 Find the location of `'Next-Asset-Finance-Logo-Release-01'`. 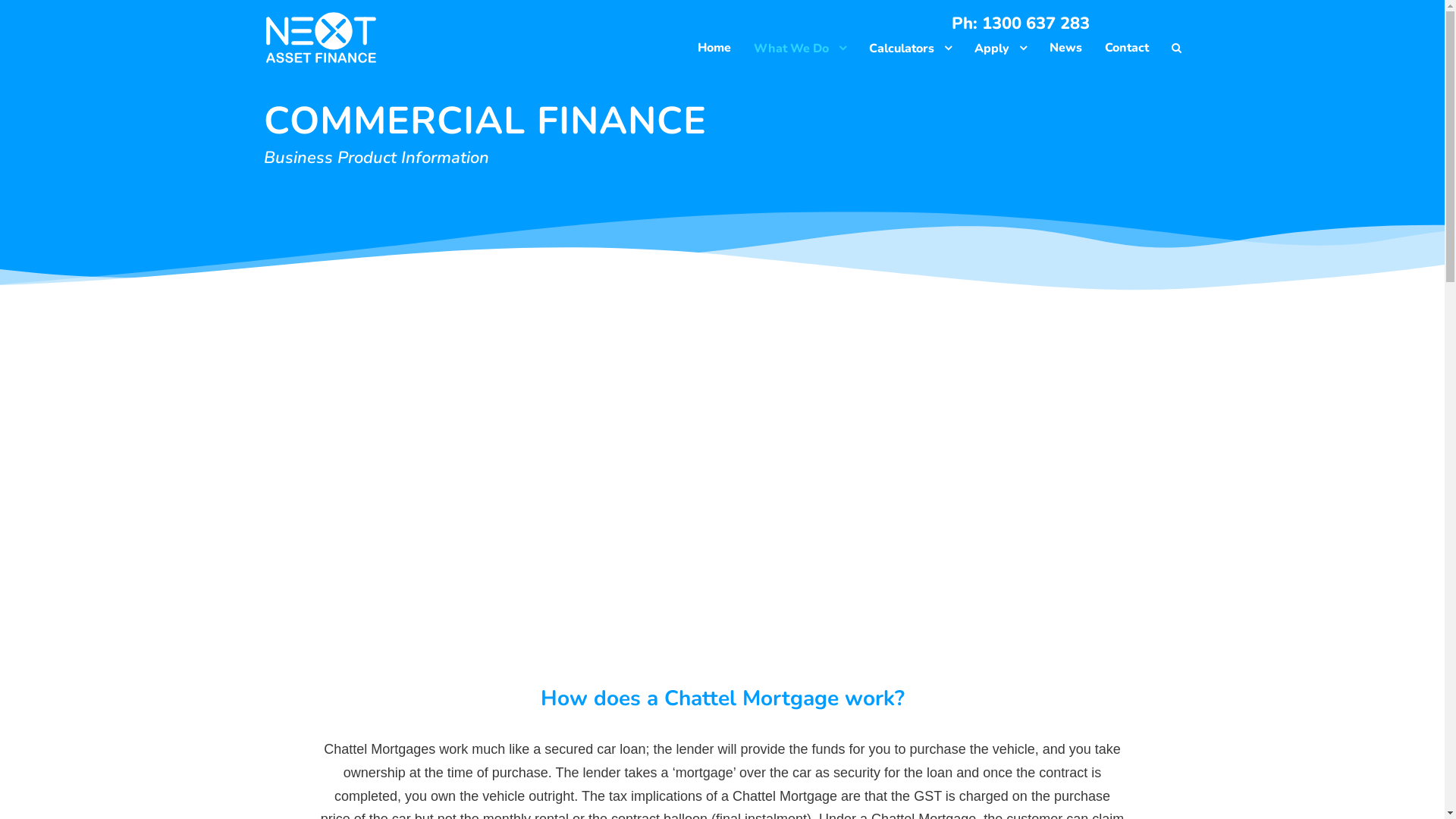

'Next-Asset-Finance-Logo-Release-01' is located at coordinates (319, 37).